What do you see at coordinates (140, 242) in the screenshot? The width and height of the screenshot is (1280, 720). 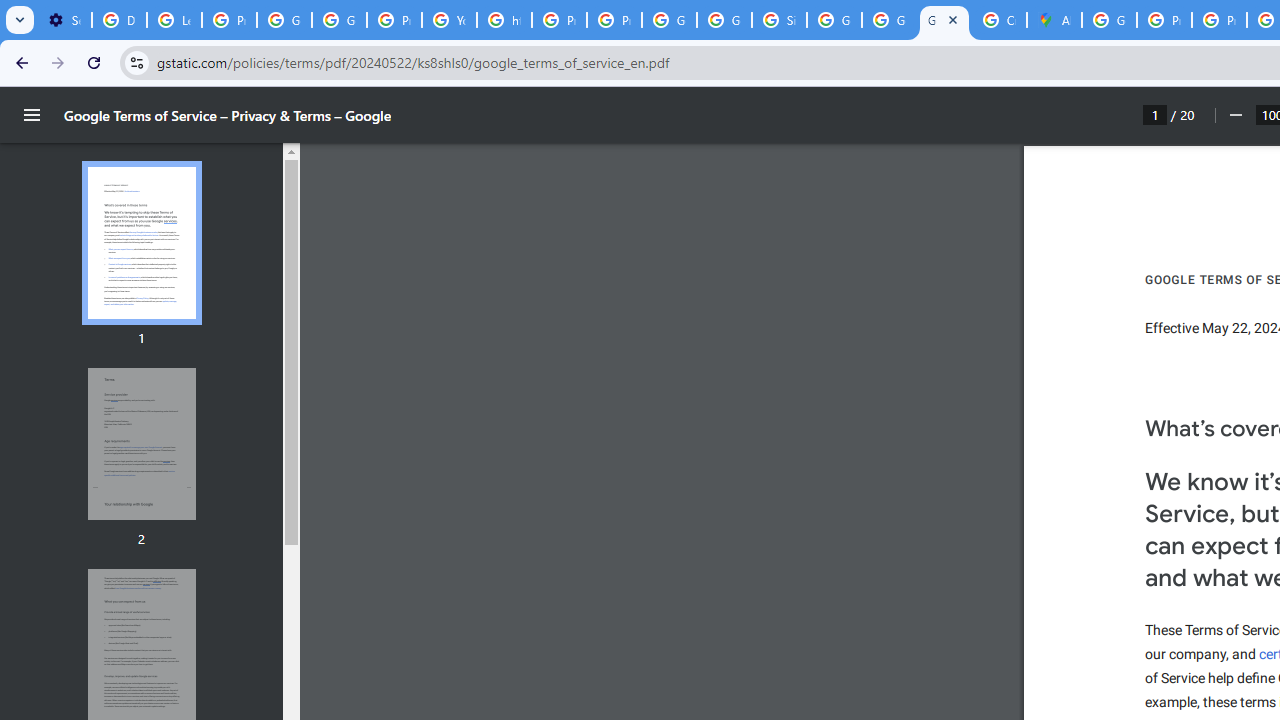 I see `'Thumbnail for page 1'` at bounding box center [140, 242].